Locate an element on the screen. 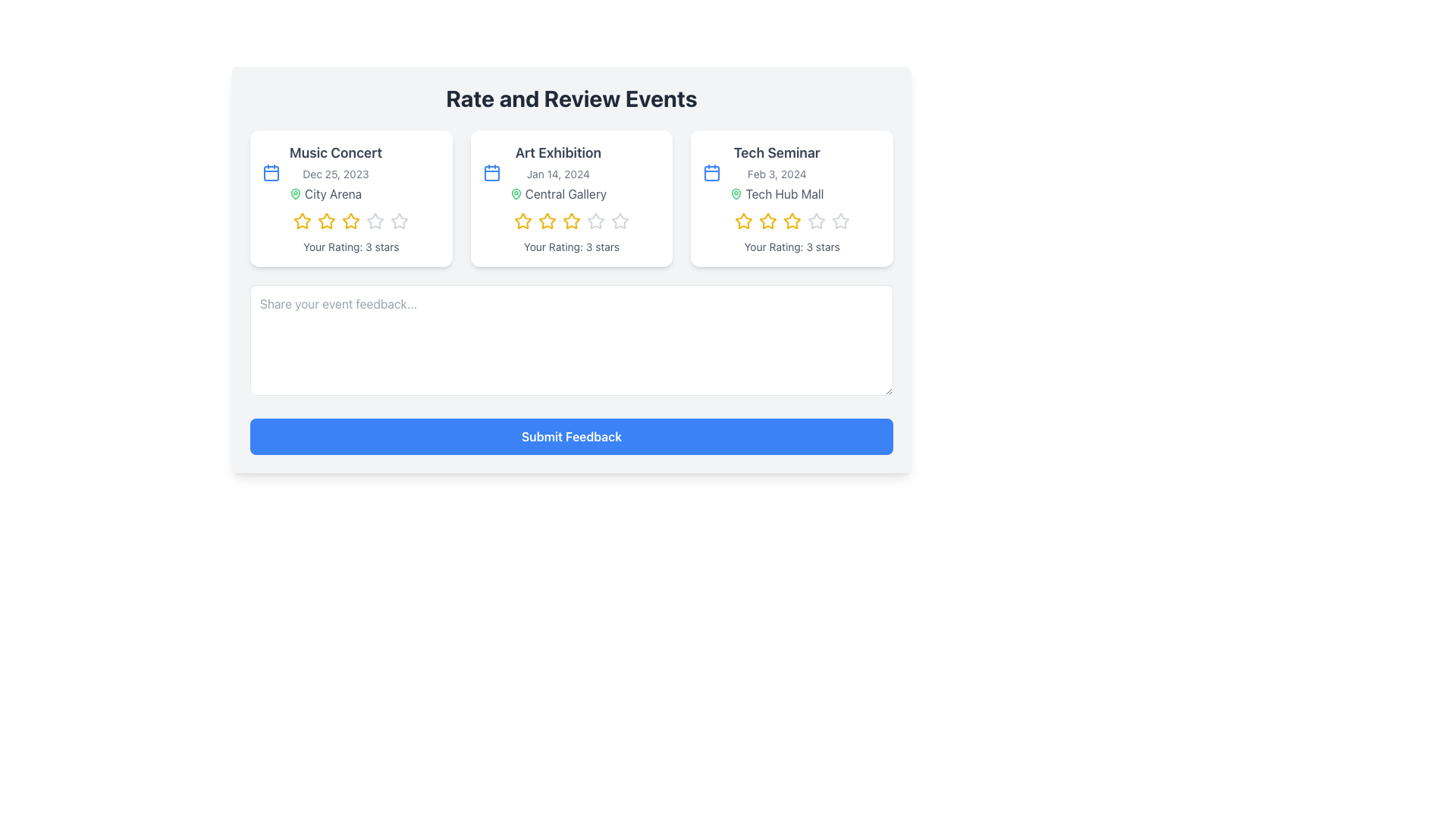 The image size is (1456, 819). the first star-shaped rating icon under the 'Tech Seminar' section is located at coordinates (743, 221).